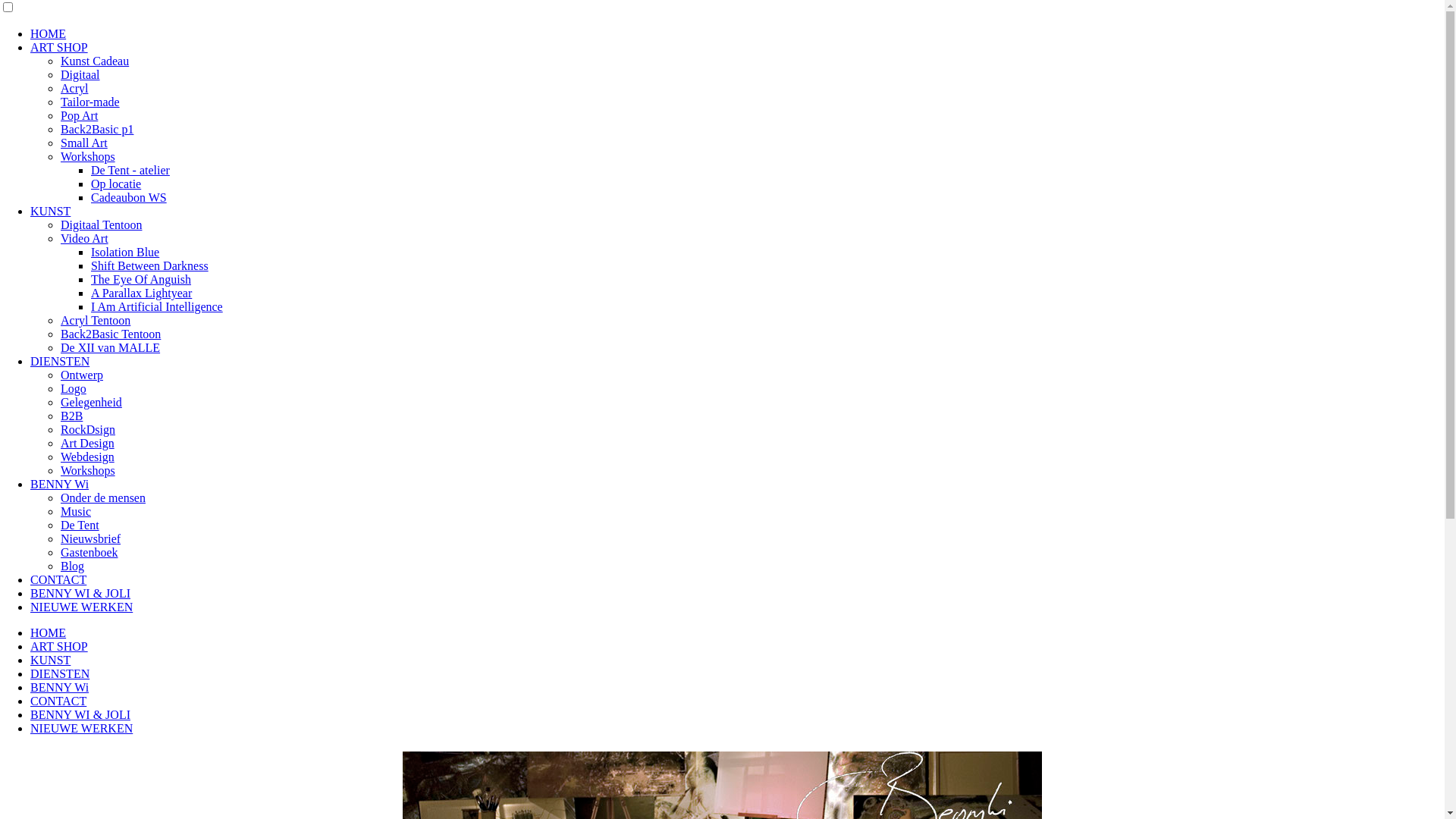 This screenshot has width=1456, height=819. I want to click on 'Blog', so click(71, 566).